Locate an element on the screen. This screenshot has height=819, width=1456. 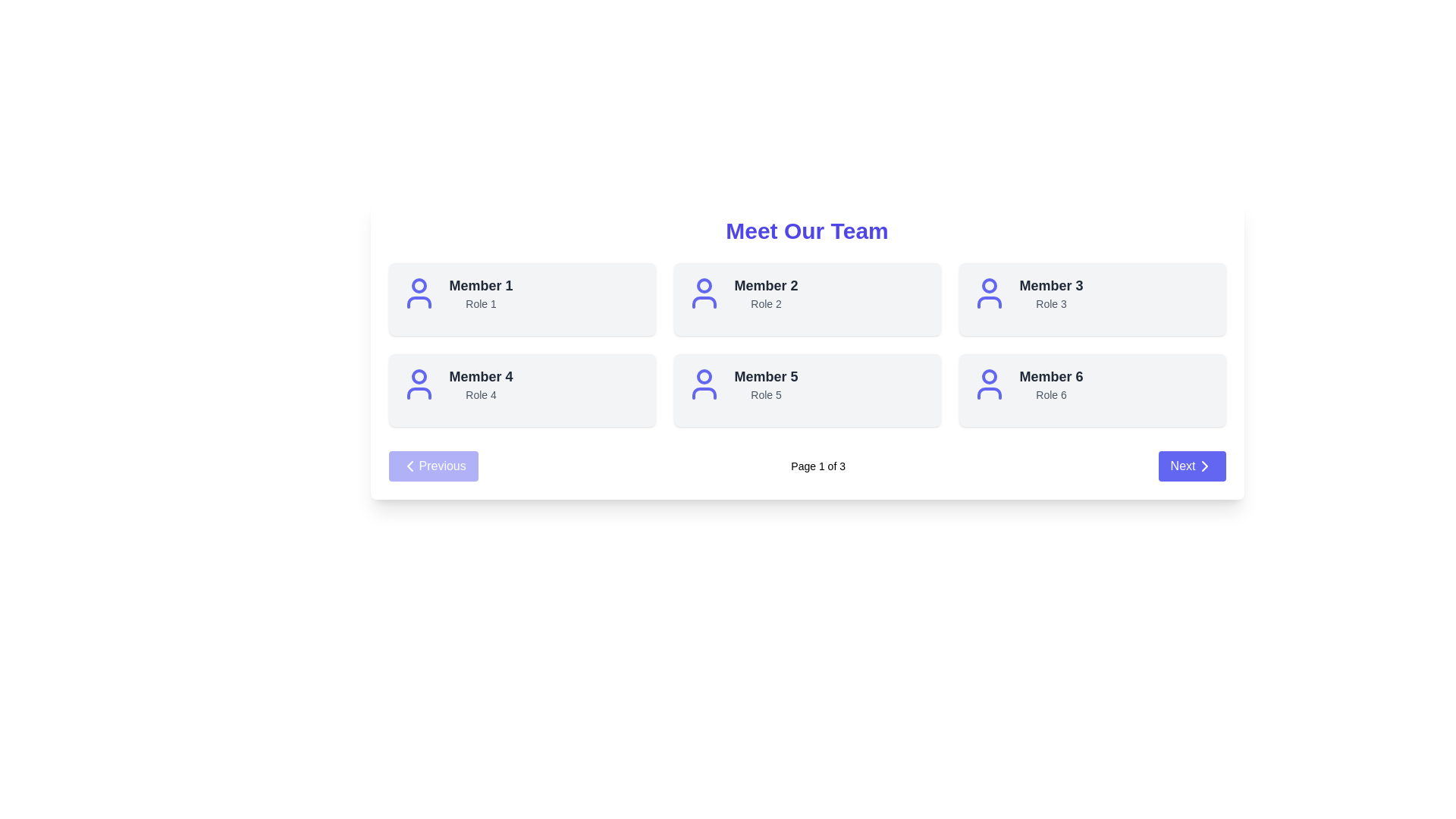
the user entry card component representing a team member in the top row, third column of a 3-column grid layout is located at coordinates (1092, 299).